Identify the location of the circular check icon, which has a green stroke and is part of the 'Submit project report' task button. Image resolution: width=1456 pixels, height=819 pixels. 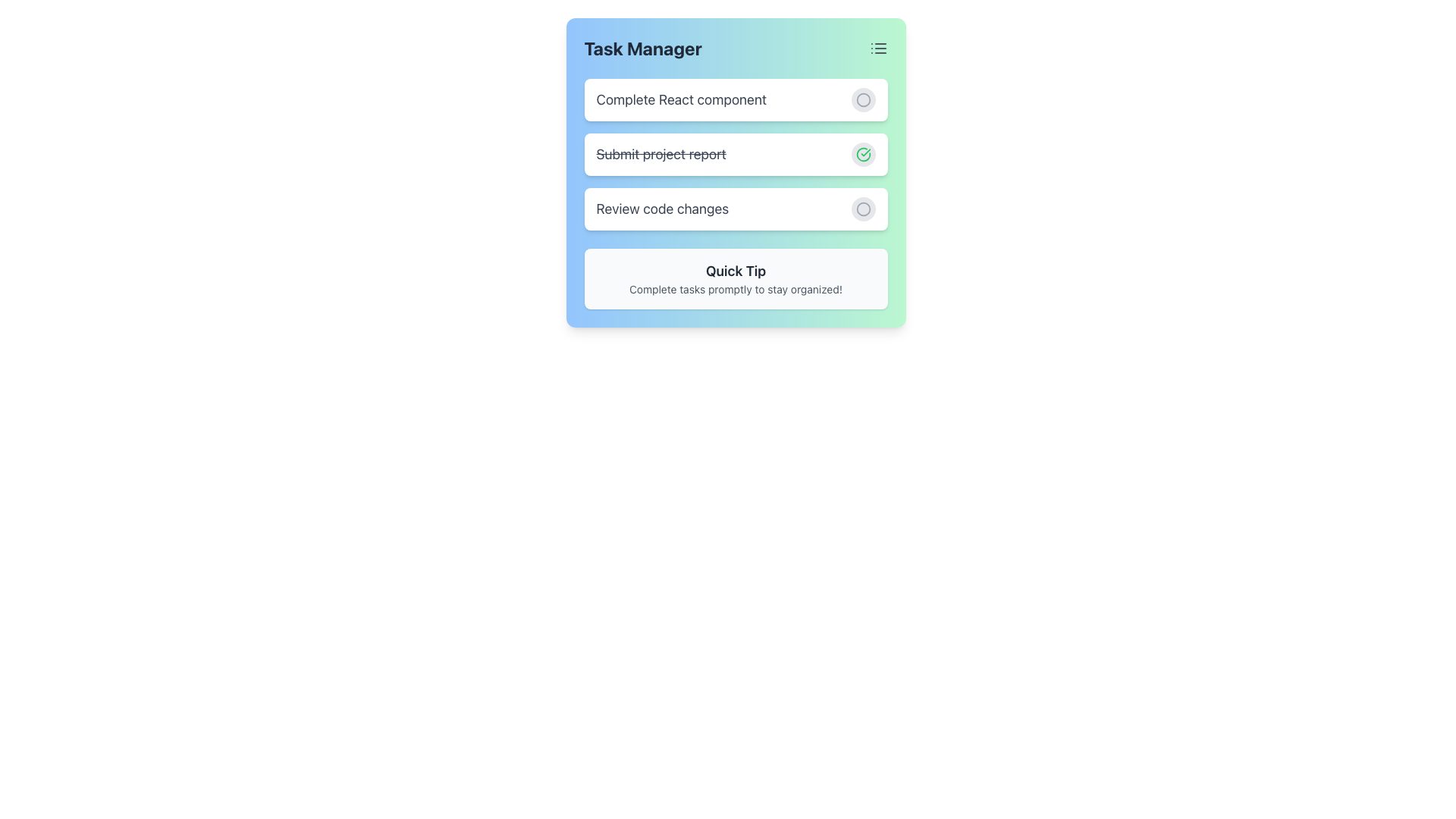
(863, 155).